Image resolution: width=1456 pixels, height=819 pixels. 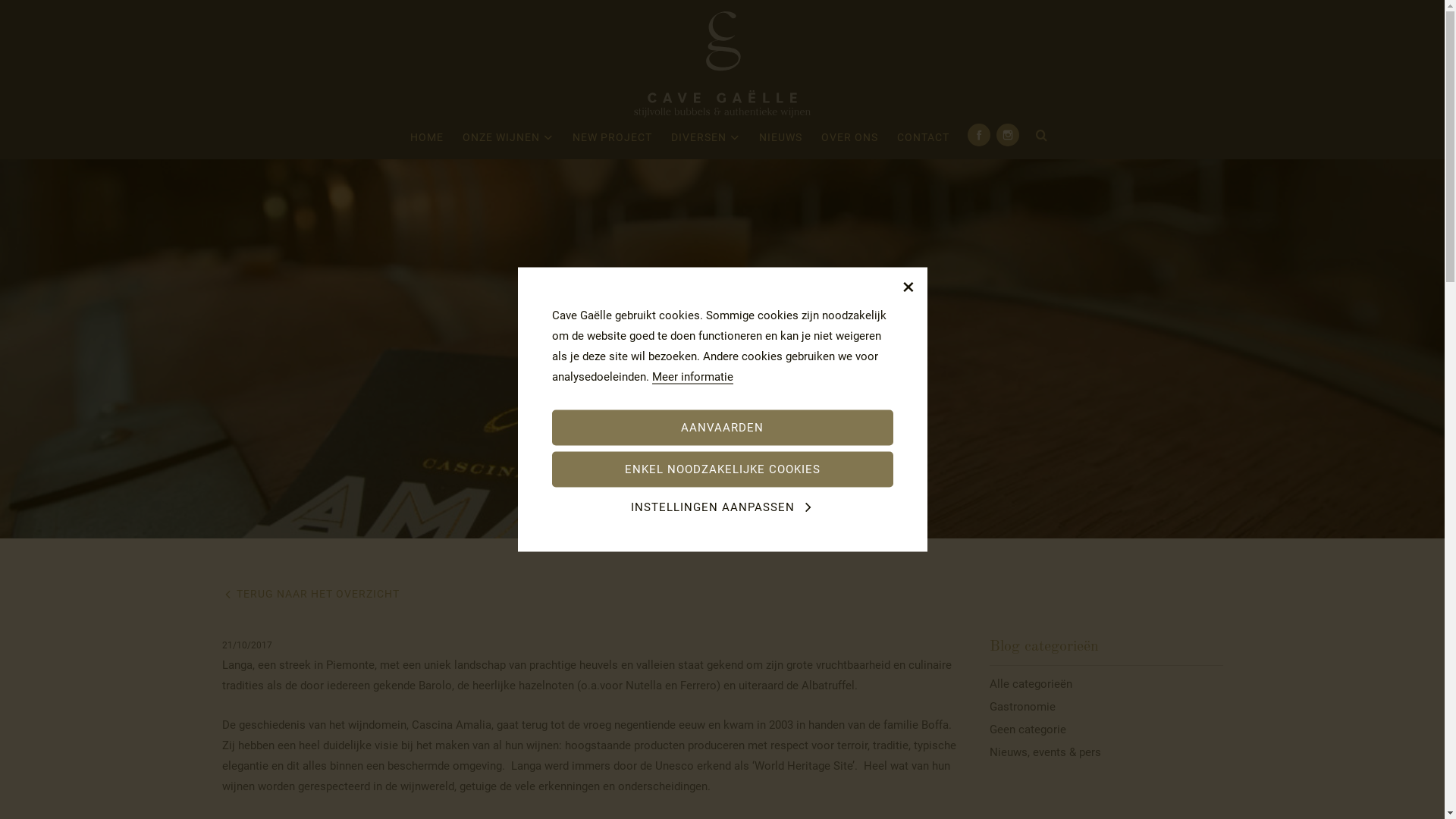 I want to click on 'CONTACT', so click(x=922, y=140).